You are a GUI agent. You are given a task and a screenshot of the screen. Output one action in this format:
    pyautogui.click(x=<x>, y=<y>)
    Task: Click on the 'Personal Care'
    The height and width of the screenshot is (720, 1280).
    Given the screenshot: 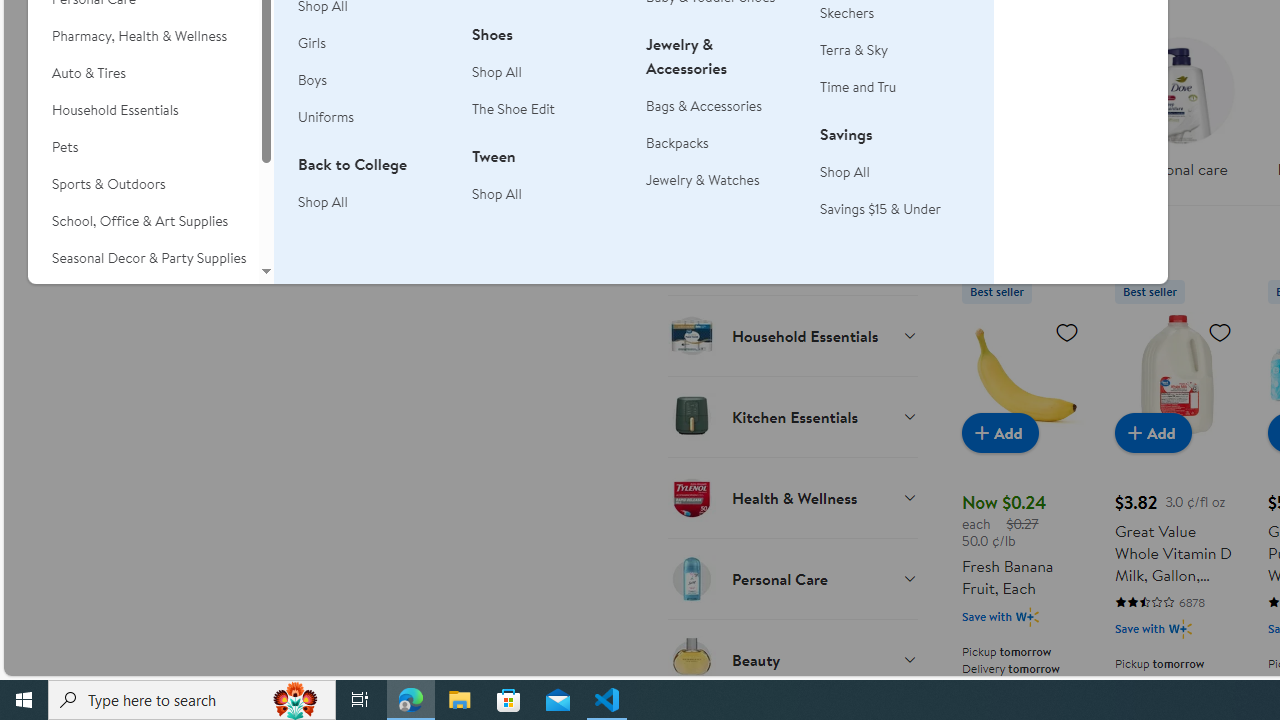 What is the action you would take?
    pyautogui.click(x=791, y=578)
    